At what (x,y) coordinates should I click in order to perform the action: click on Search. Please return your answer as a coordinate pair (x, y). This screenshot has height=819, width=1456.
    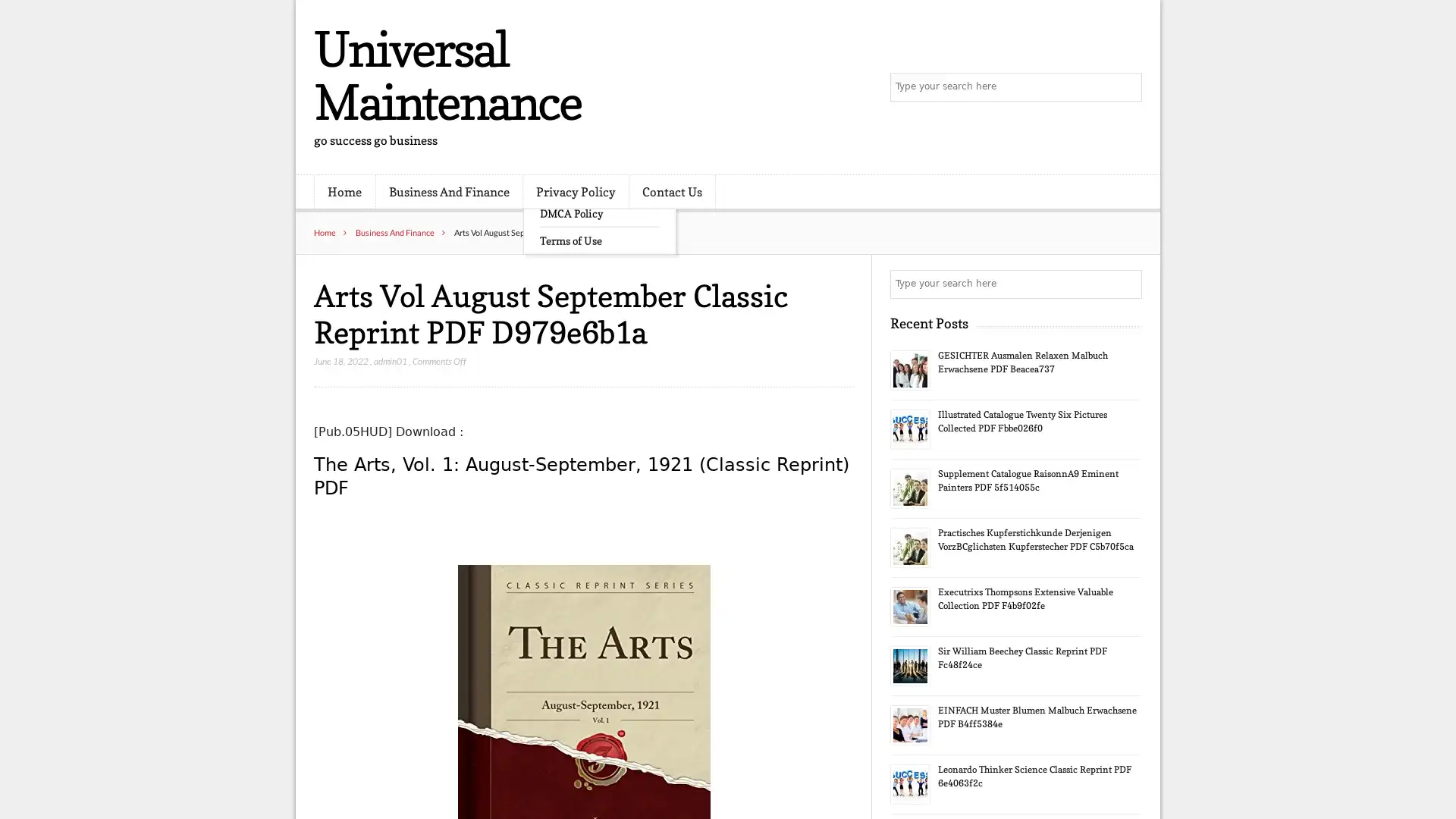
    Looking at the image, I should click on (1126, 87).